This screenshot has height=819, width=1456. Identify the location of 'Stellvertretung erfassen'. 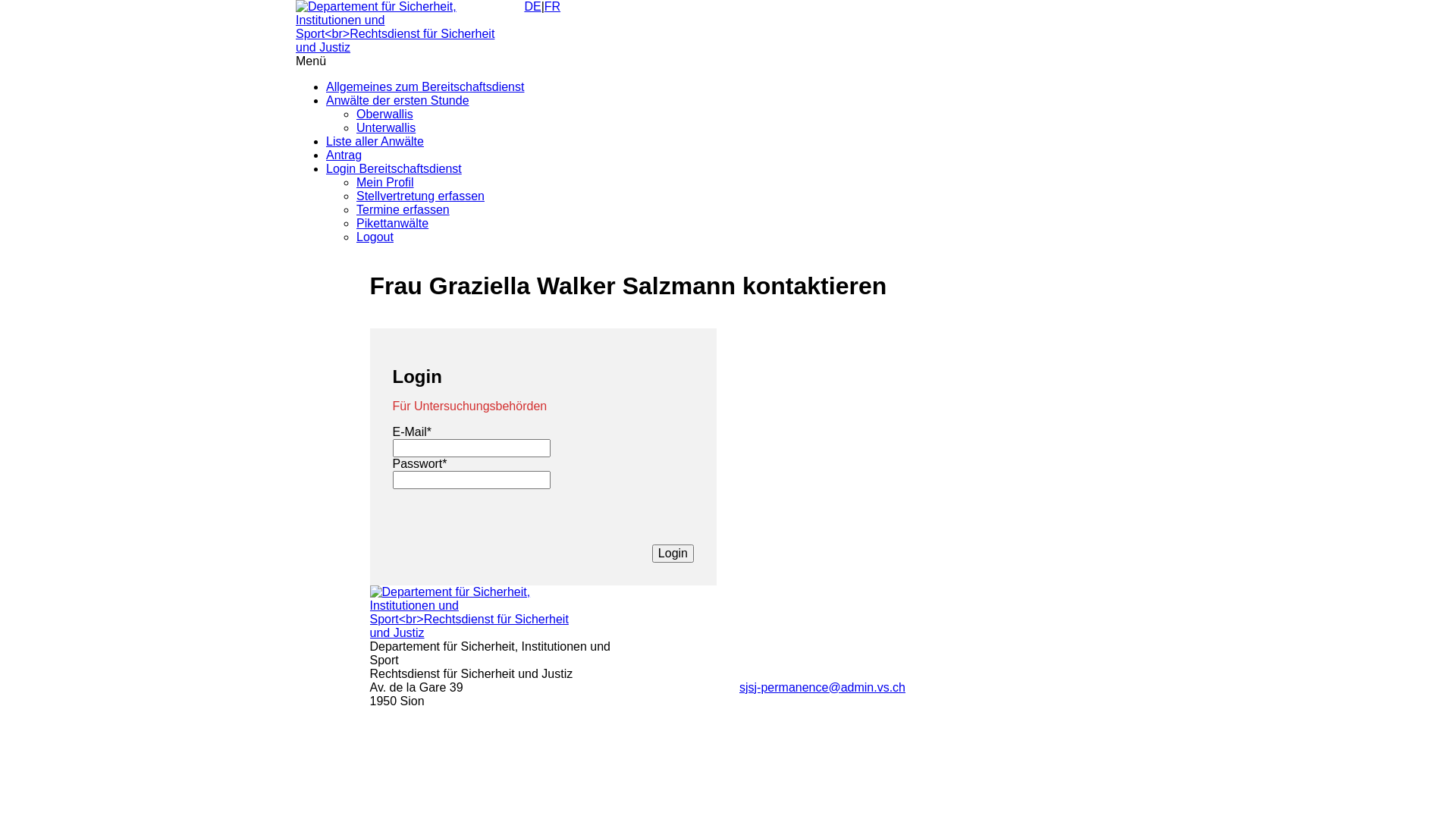
(420, 195).